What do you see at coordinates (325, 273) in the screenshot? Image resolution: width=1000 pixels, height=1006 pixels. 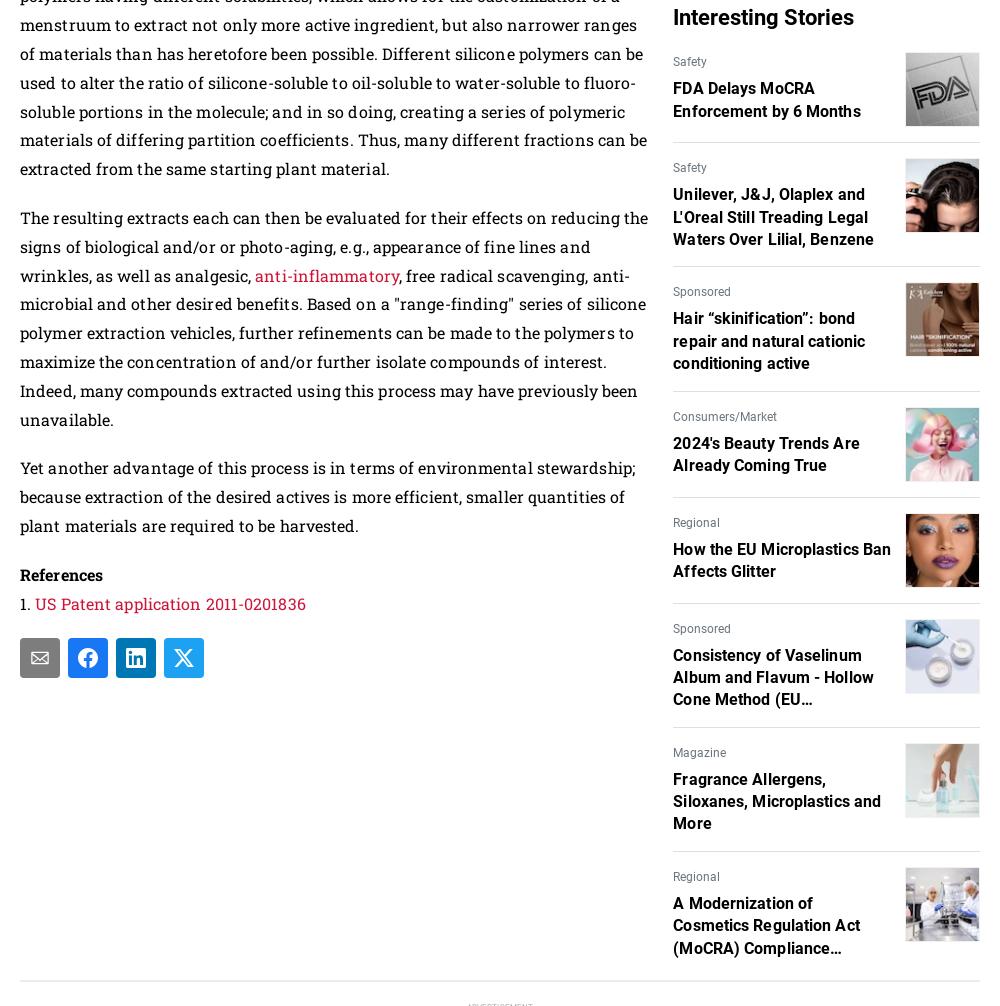 I see `'anti-inflammatory'` at bounding box center [325, 273].